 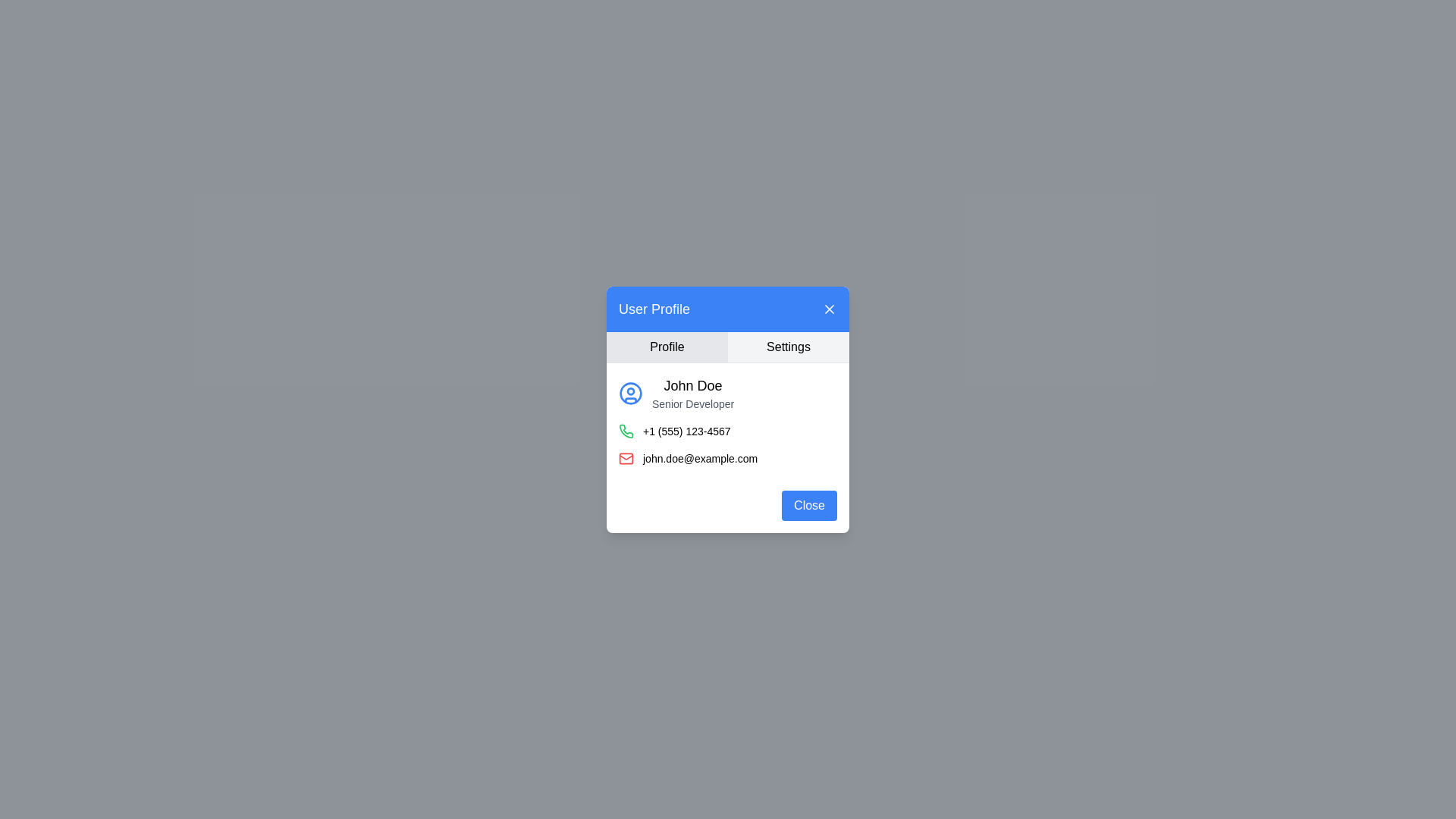 I want to click on the phone number icon located next to the phone number '+1 (555) 123-4567' in the user profile dialog, so click(x=626, y=431).